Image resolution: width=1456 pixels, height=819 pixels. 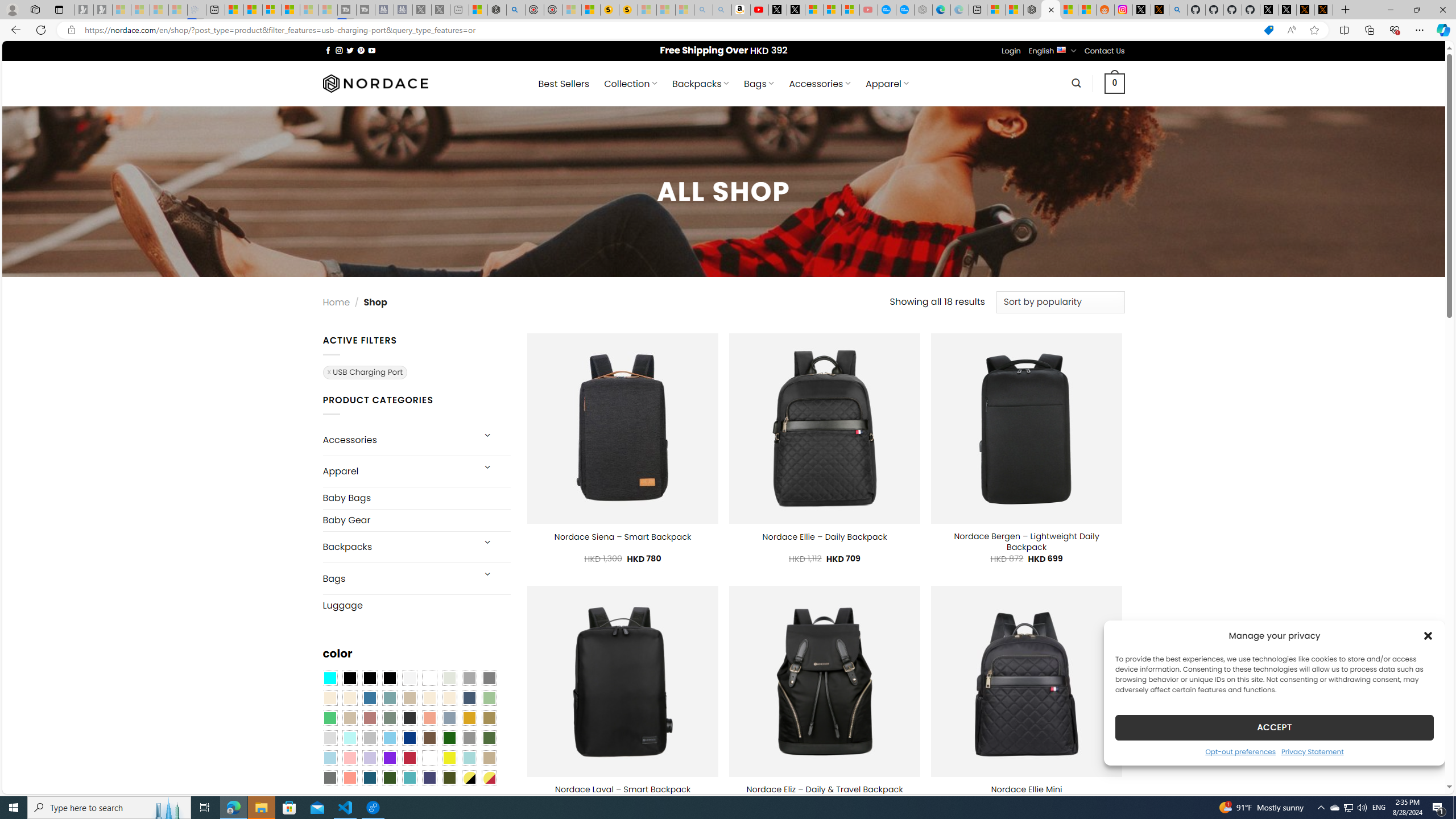 I want to click on 'Peach Pink', so click(x=349, y=777).